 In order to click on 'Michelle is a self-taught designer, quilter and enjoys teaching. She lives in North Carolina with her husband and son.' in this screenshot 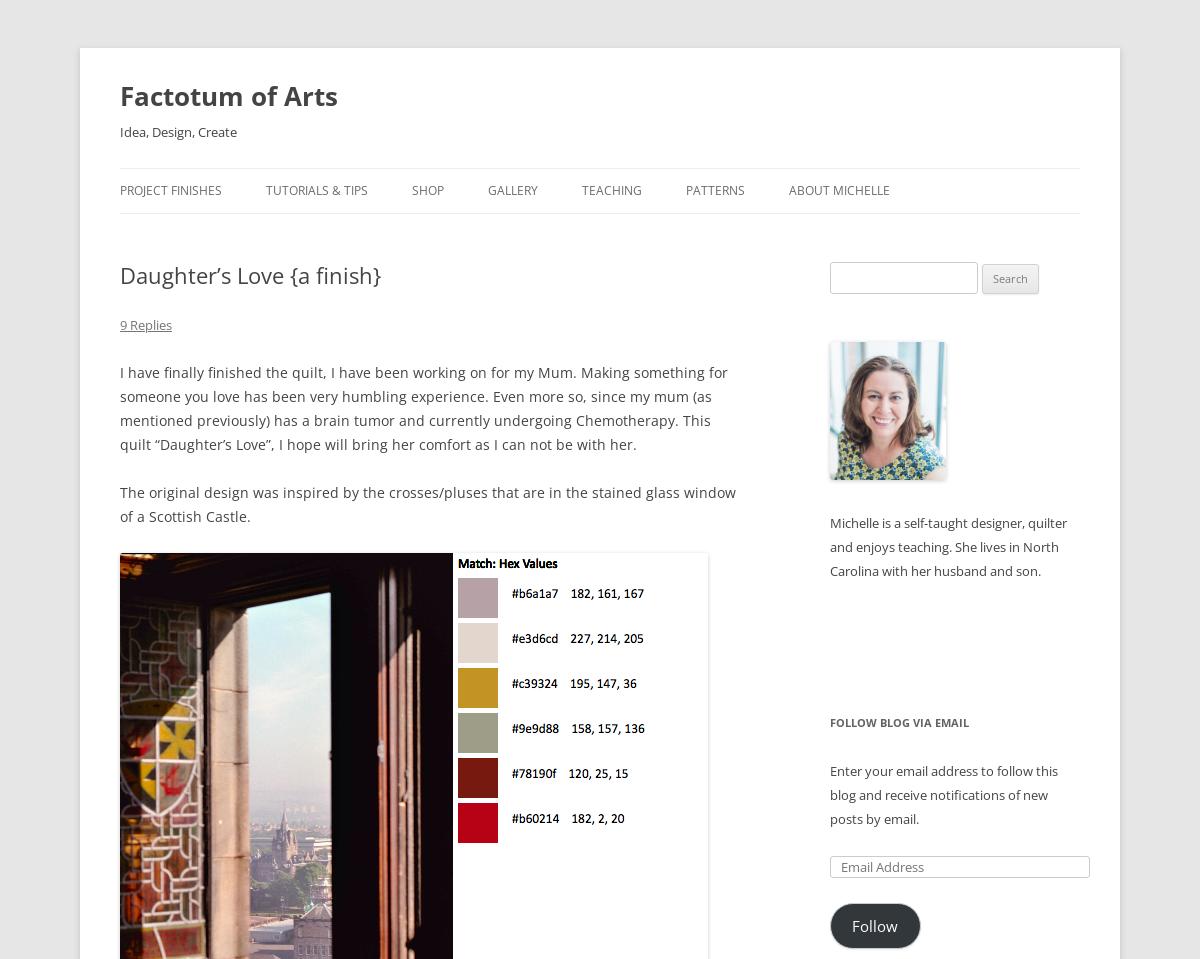, I will do `click(948, 547)`.